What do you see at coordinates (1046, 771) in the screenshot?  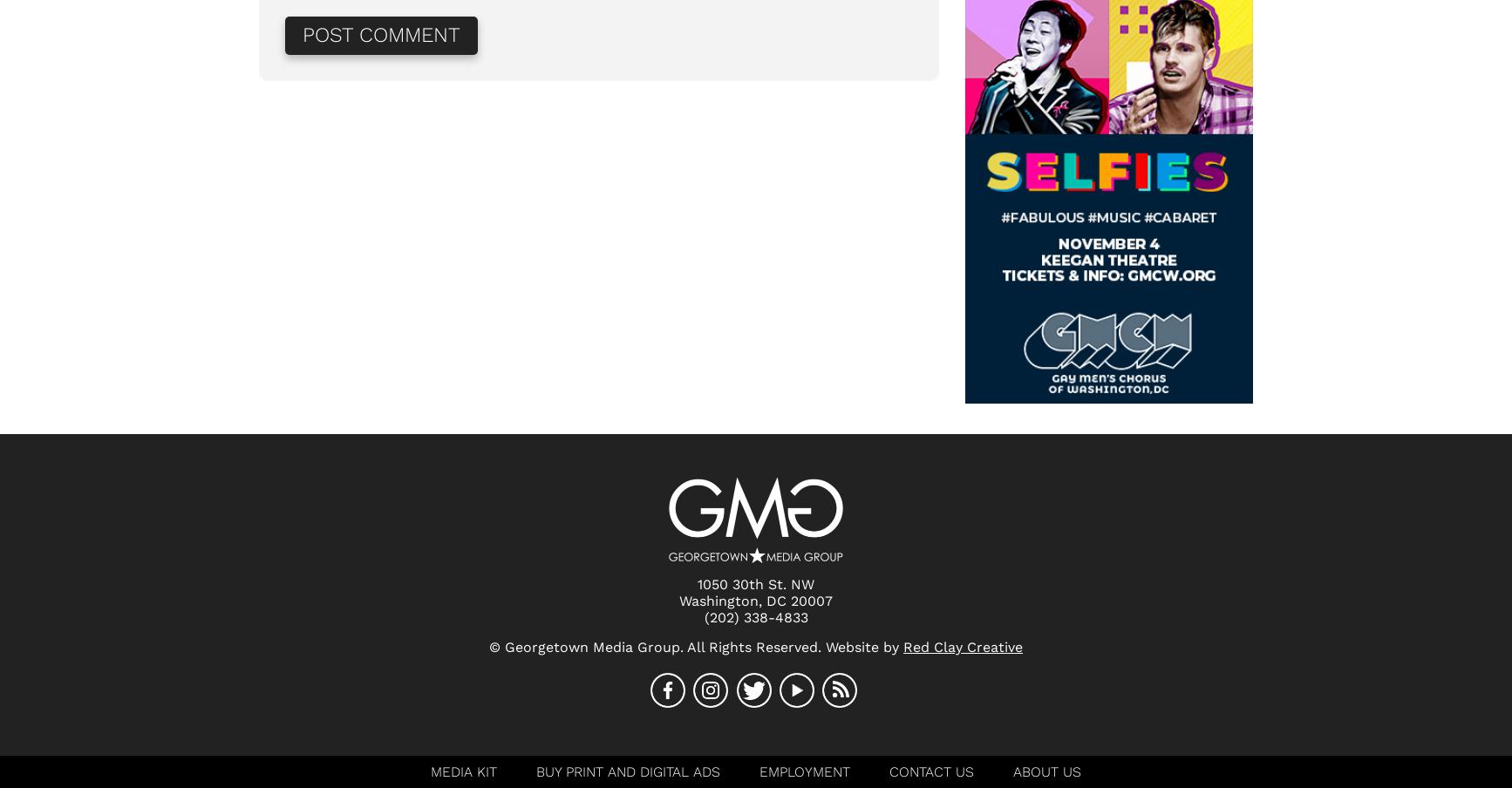 I see `'About Us'` at bounding box center [1046, 771].